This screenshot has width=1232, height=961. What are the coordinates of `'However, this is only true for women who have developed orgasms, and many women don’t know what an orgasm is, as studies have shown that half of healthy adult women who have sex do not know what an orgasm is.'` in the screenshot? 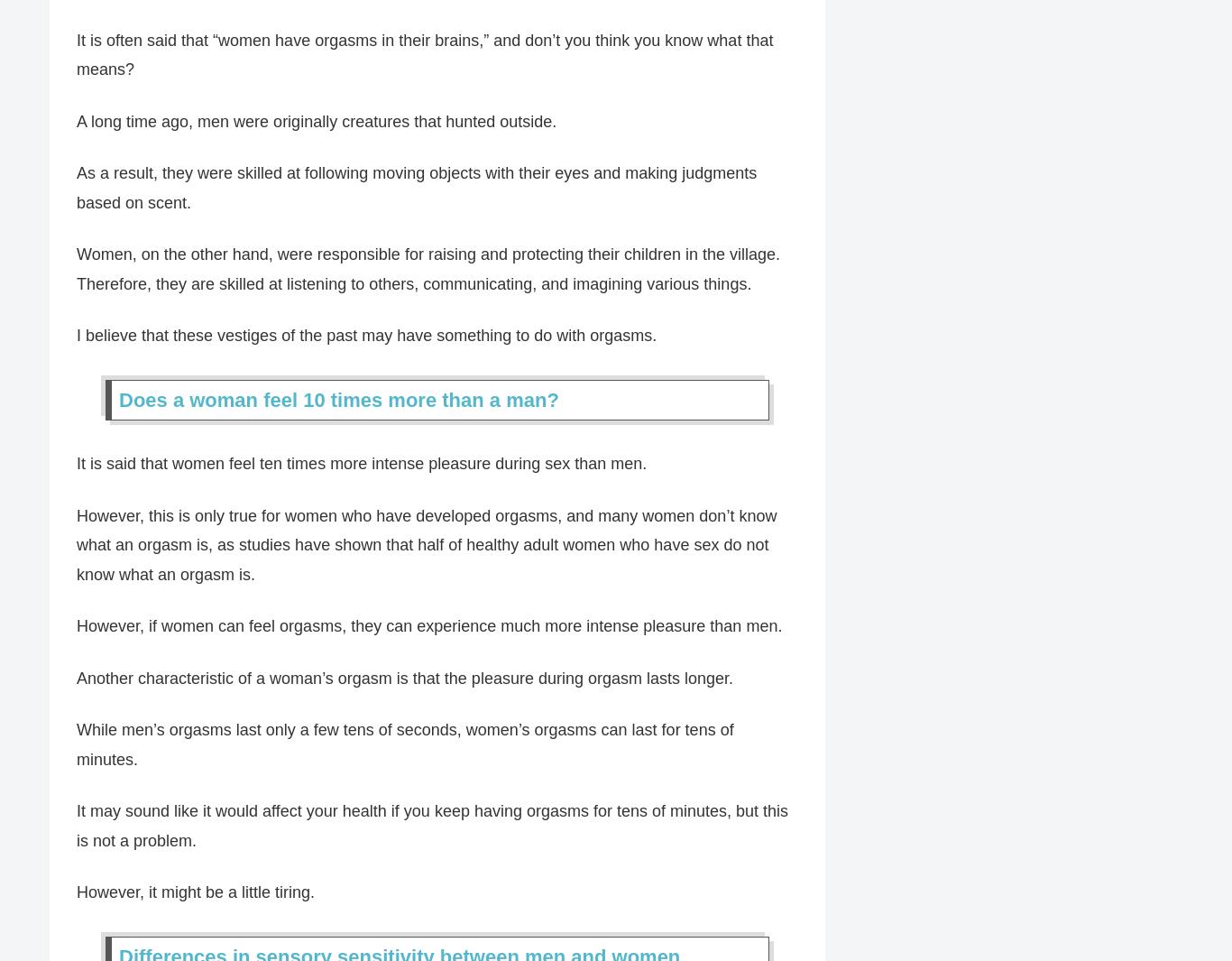 It's located at (427, 545).